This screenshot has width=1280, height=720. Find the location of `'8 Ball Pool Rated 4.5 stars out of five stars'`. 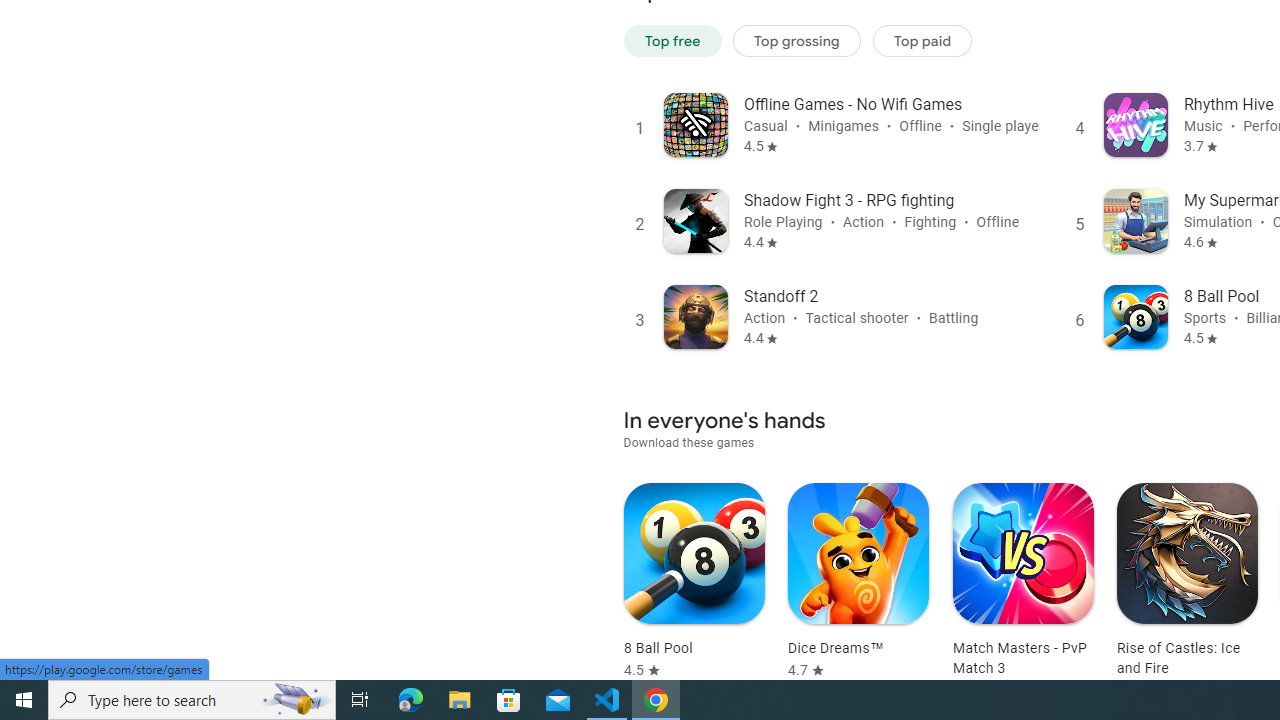

'8 Ball Pool Rated 4.5 stars out of five stars' is located at coordinates (694, 581).